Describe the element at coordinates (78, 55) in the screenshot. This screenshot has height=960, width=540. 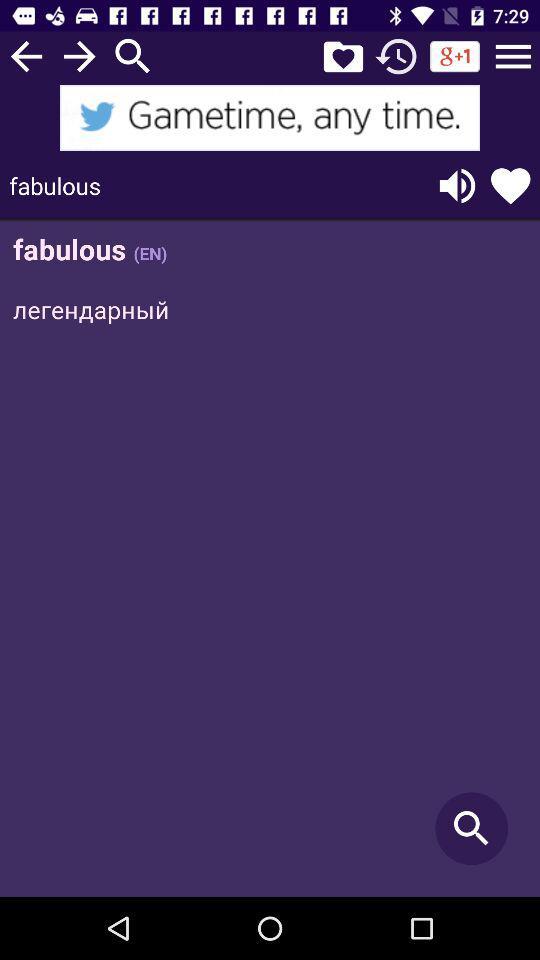
I see `go forward option` at that location.